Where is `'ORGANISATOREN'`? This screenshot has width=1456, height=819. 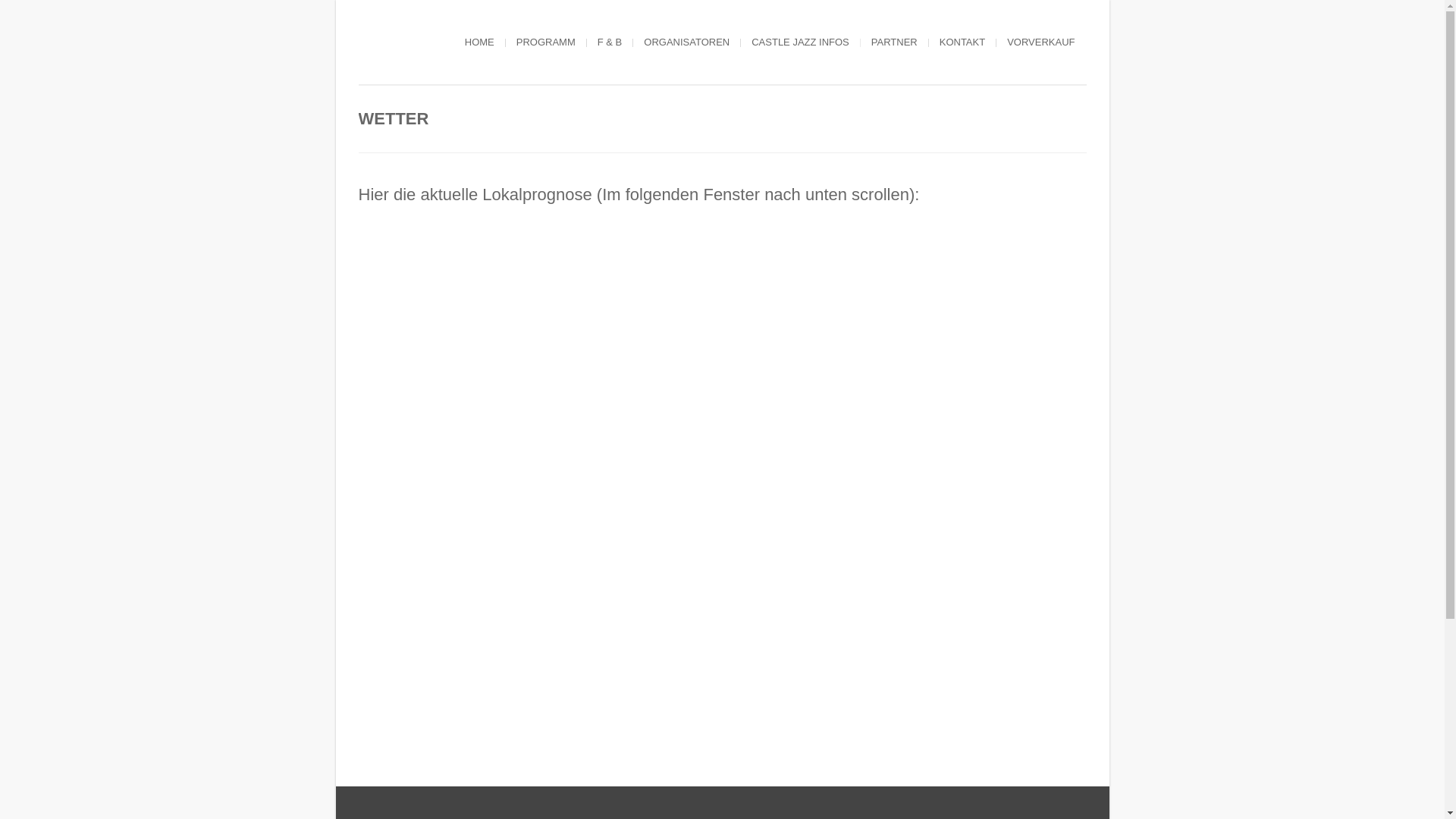 'ORGANISATOREN' is located at coordinates (632, 41).